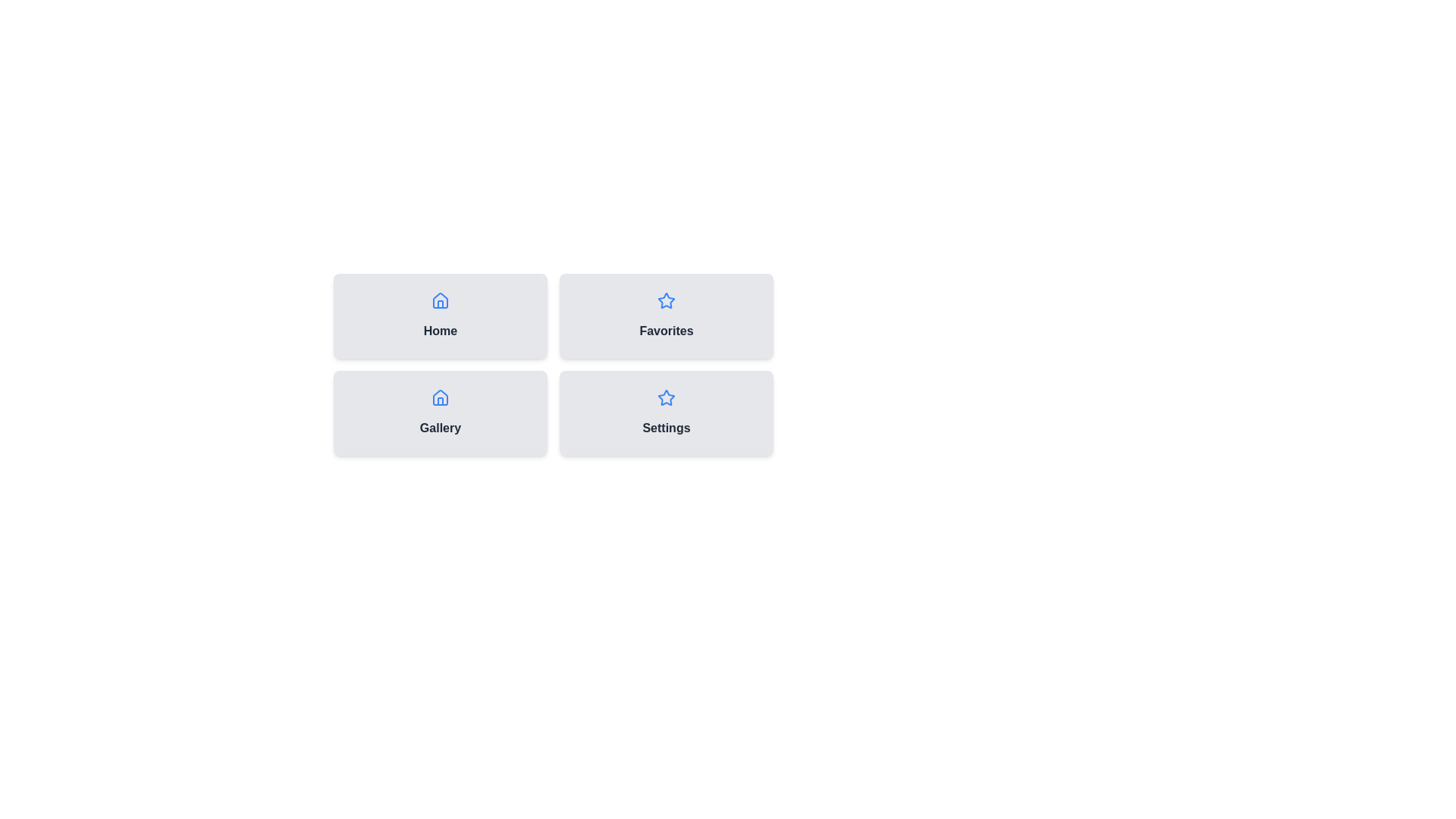 The height and width of the screenshot is (819, 1456). What do you see at coordinates (439, 315) in the screenshot?
I see `the 'Home' button-like card located in the top-left corner of the grid layout` at bounding box center [439, 315].